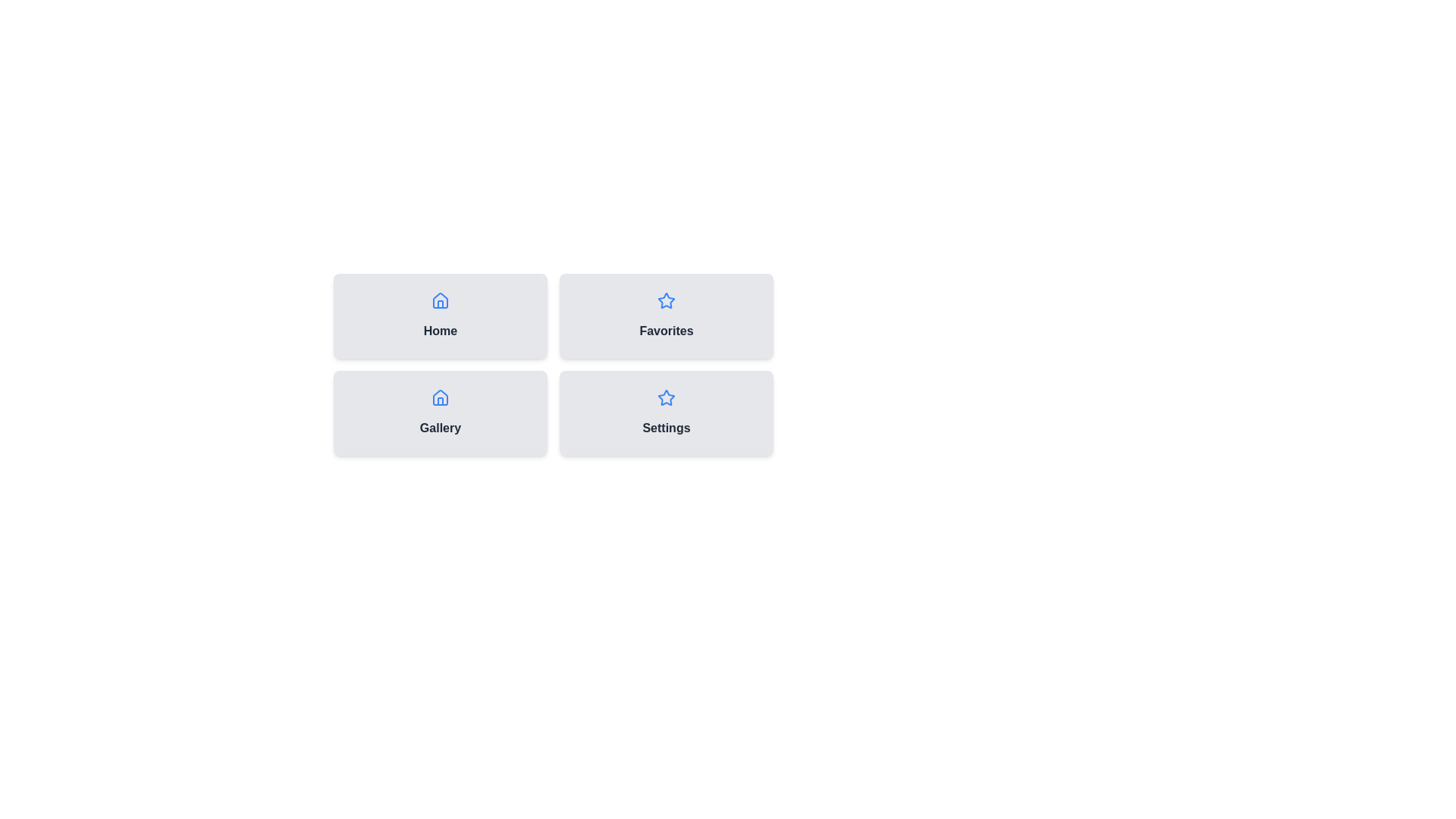 The height and width of the screenshot is (819, 1456). What do you see at coordinates (439, 315) in the screenshot?
I see `the 'Home' button-like card located in the top-left corner of the grid layout` at bounding box center [439, 315].